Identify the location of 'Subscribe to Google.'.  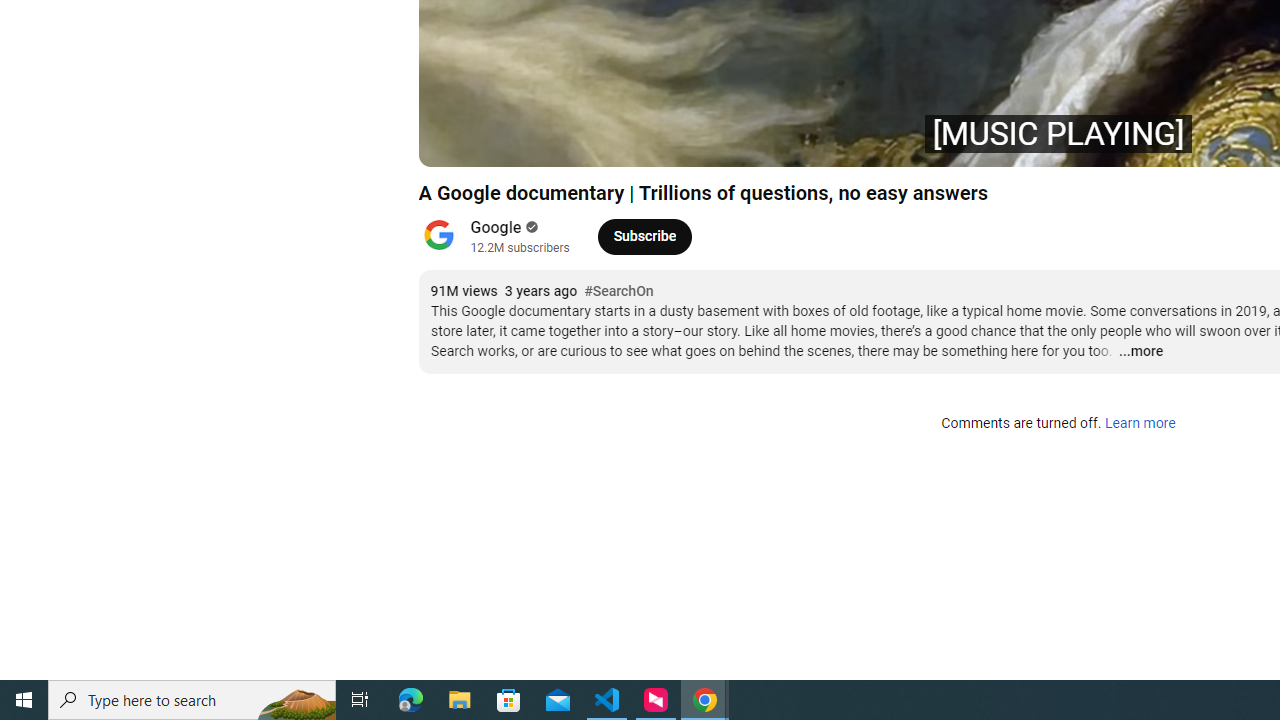
(644, 235).